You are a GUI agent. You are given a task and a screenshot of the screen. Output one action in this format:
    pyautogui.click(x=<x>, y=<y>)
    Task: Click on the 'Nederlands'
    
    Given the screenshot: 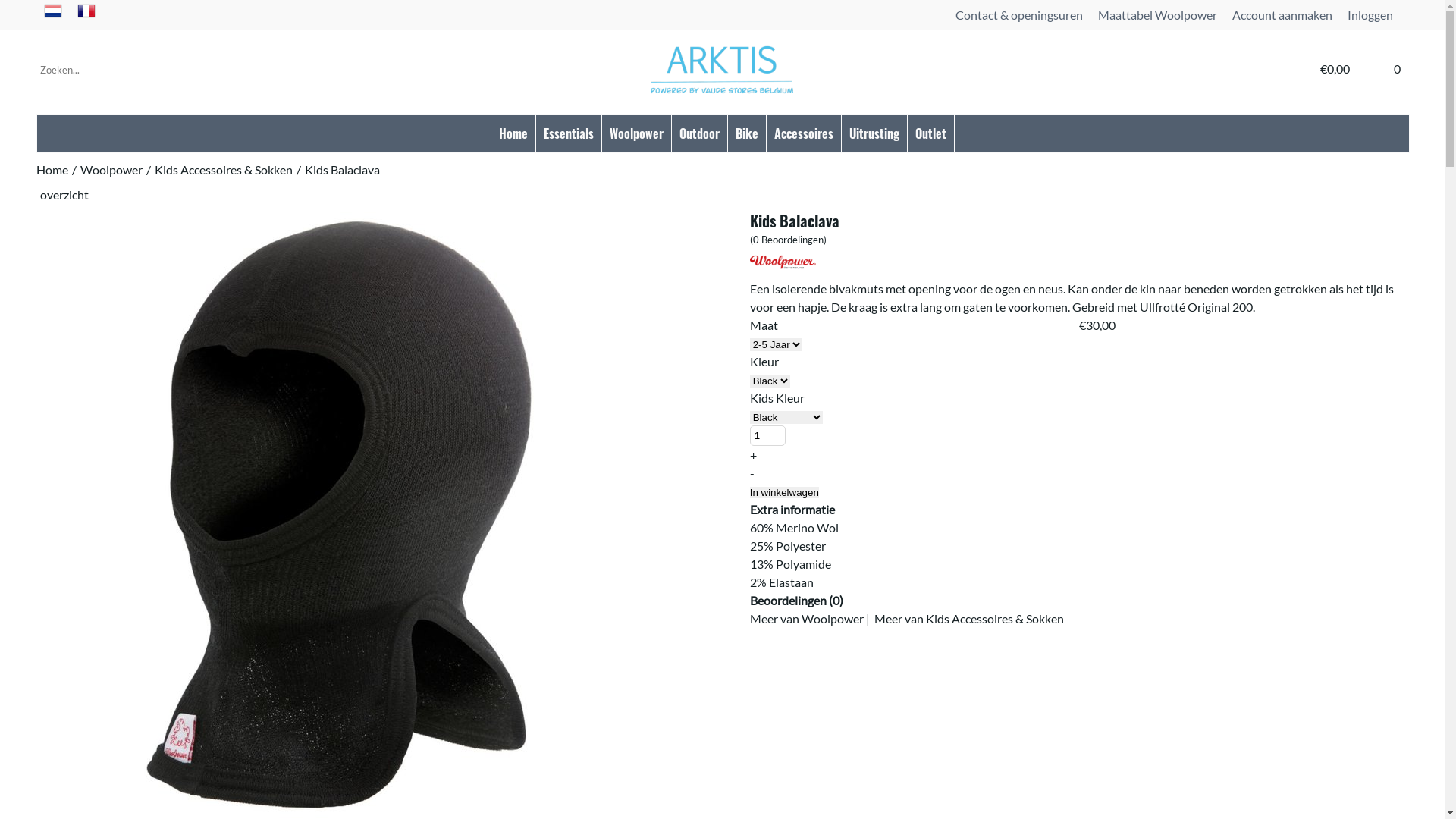 What is the action you would take?
    pyautogui.click(x=53, y=14)
    